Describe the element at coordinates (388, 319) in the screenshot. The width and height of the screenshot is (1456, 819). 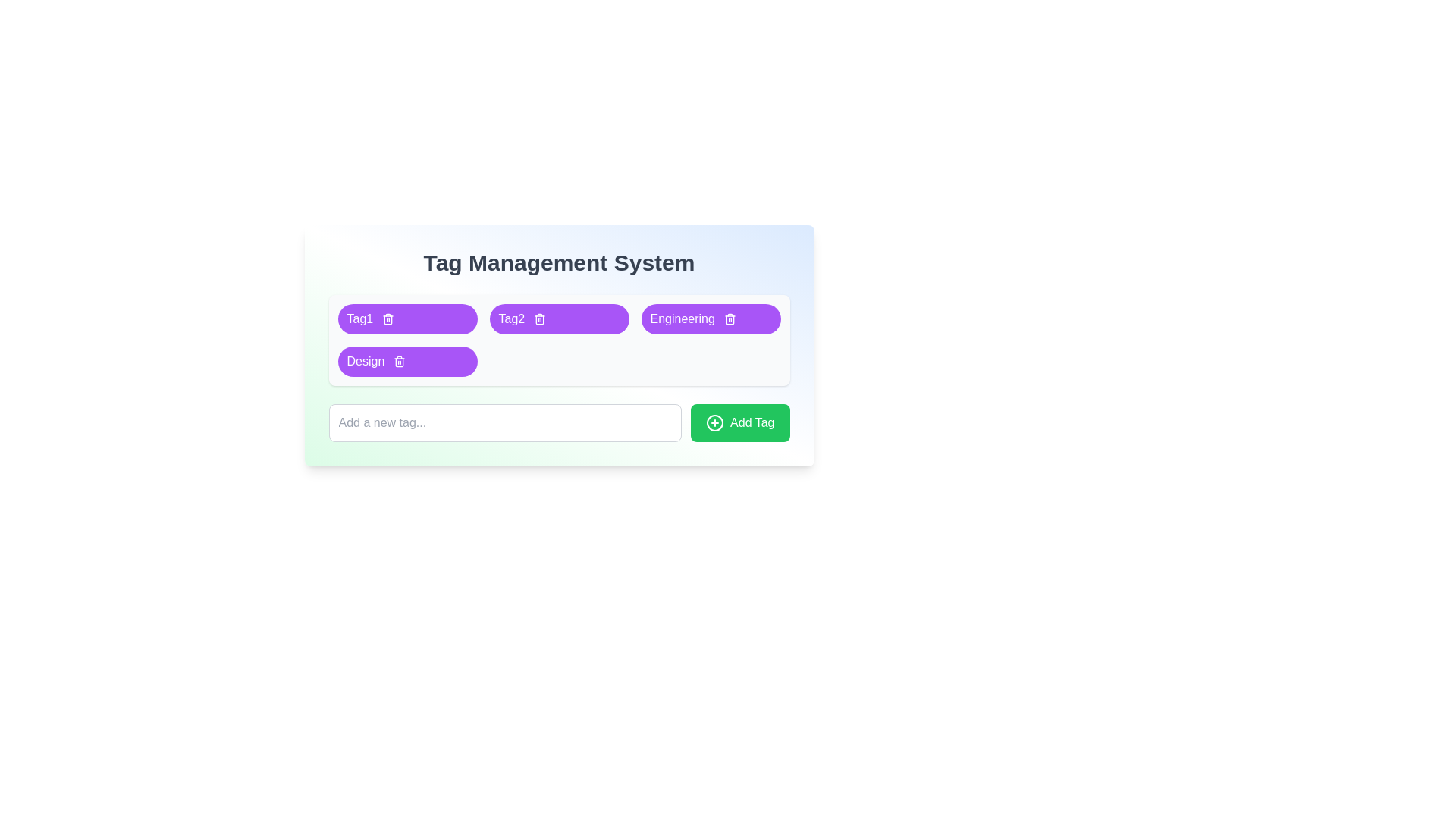
I see `the trash can icon's main body, which is a rectangle with curved edges, located to the right of 'Tag1' in a purple tag` at that location.